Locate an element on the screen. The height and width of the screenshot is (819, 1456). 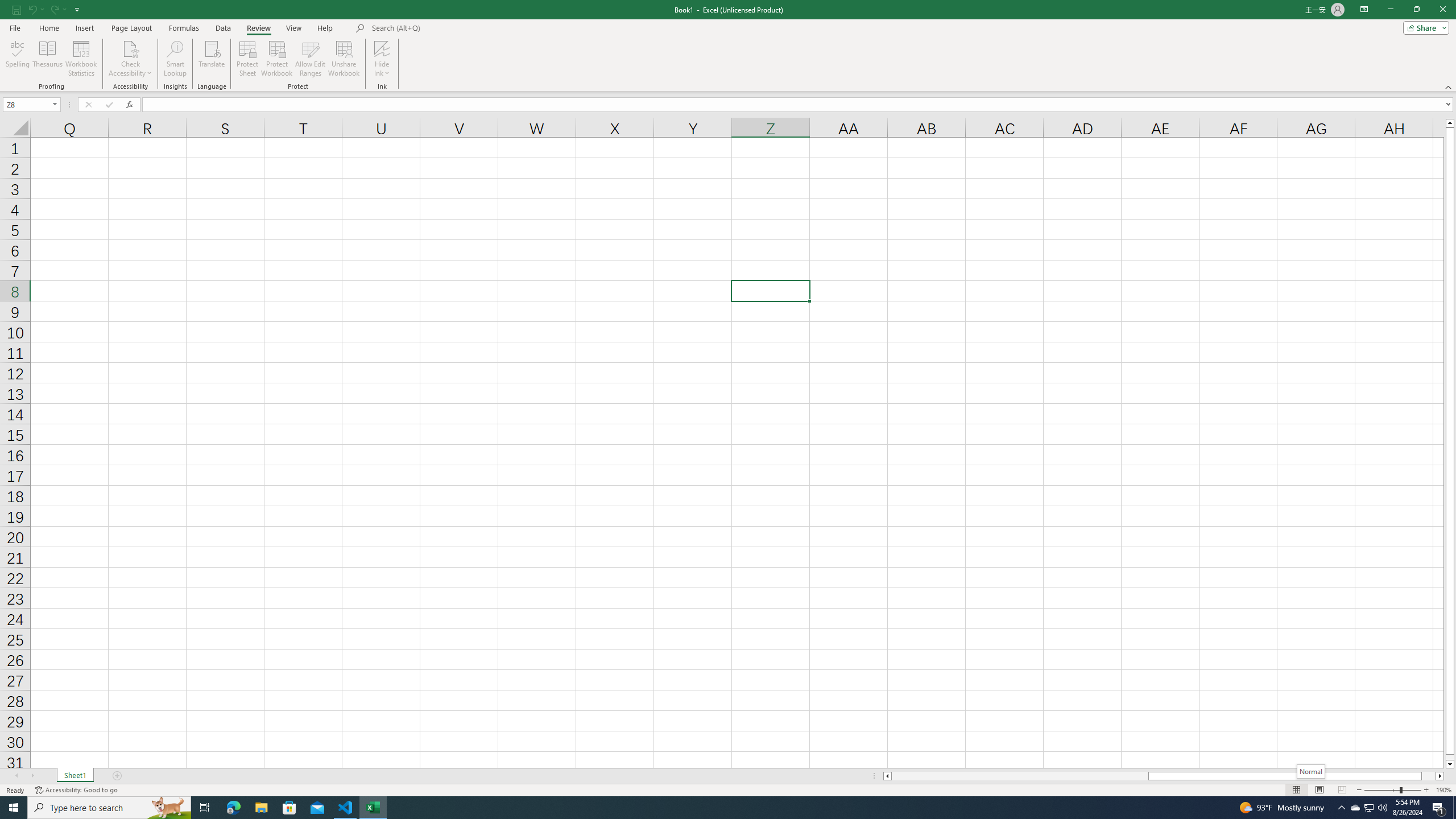
'Smart Lookup' is located at coordinates (175, 59).